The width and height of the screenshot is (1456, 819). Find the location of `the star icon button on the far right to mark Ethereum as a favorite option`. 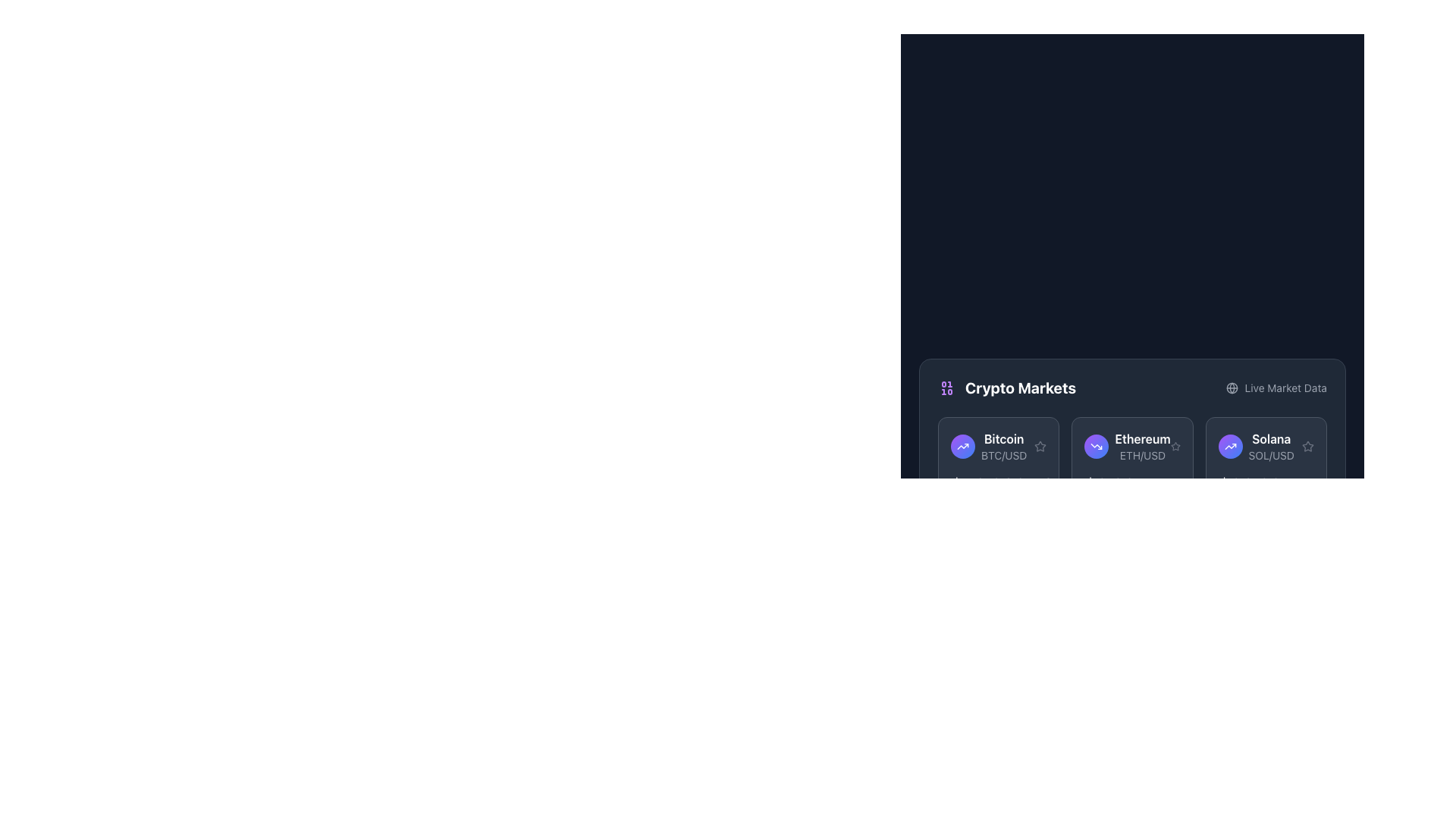

the star icon button on the far right to mark Ethereum as a favorite option is located at coordinates (1175, 446).